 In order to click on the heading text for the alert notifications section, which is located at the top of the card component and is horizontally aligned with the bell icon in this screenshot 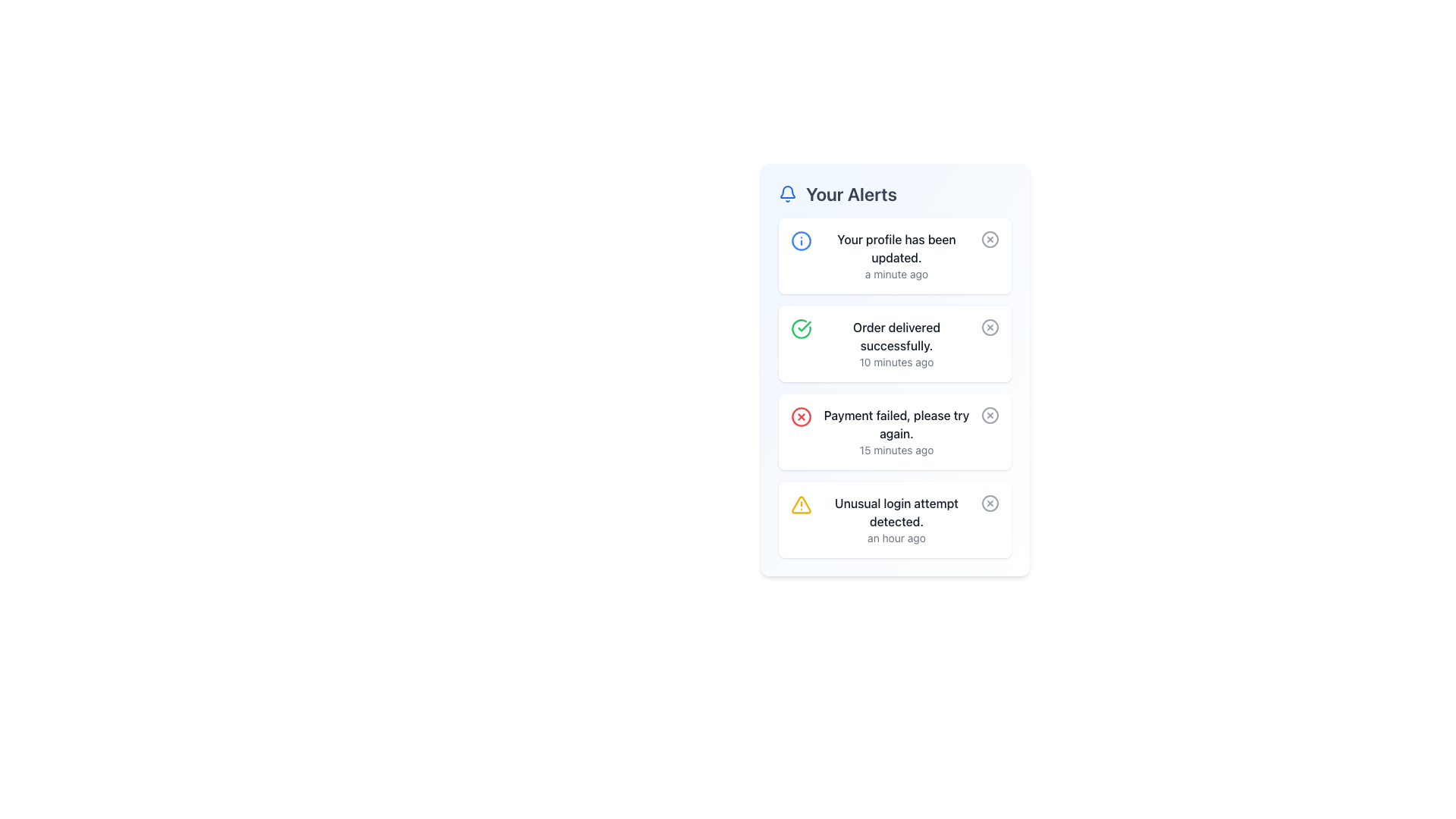, I will do `click(895, 193)`.